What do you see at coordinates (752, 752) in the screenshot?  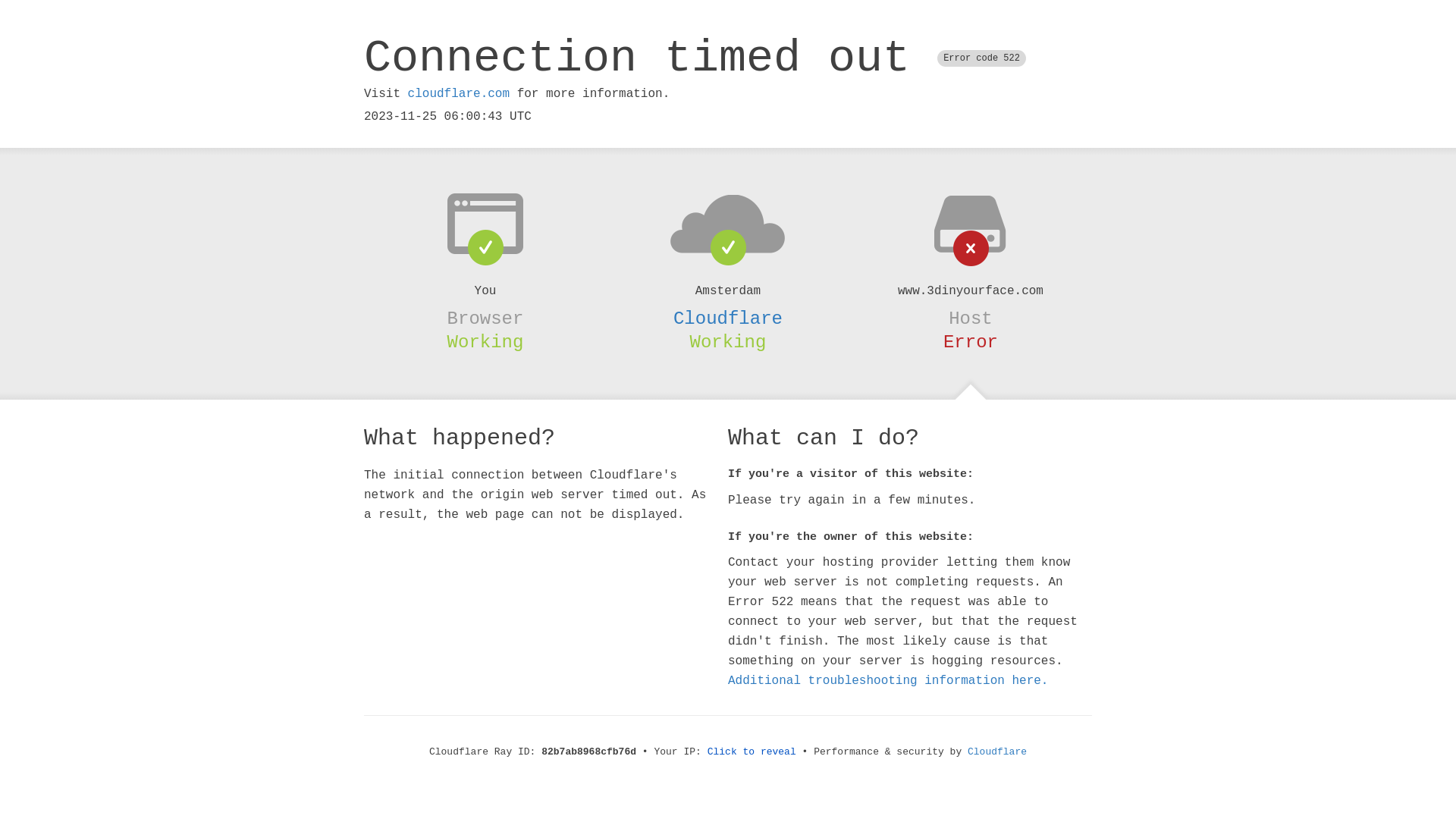 I see `'Click to reveal'` at bounding box center [752, 752].